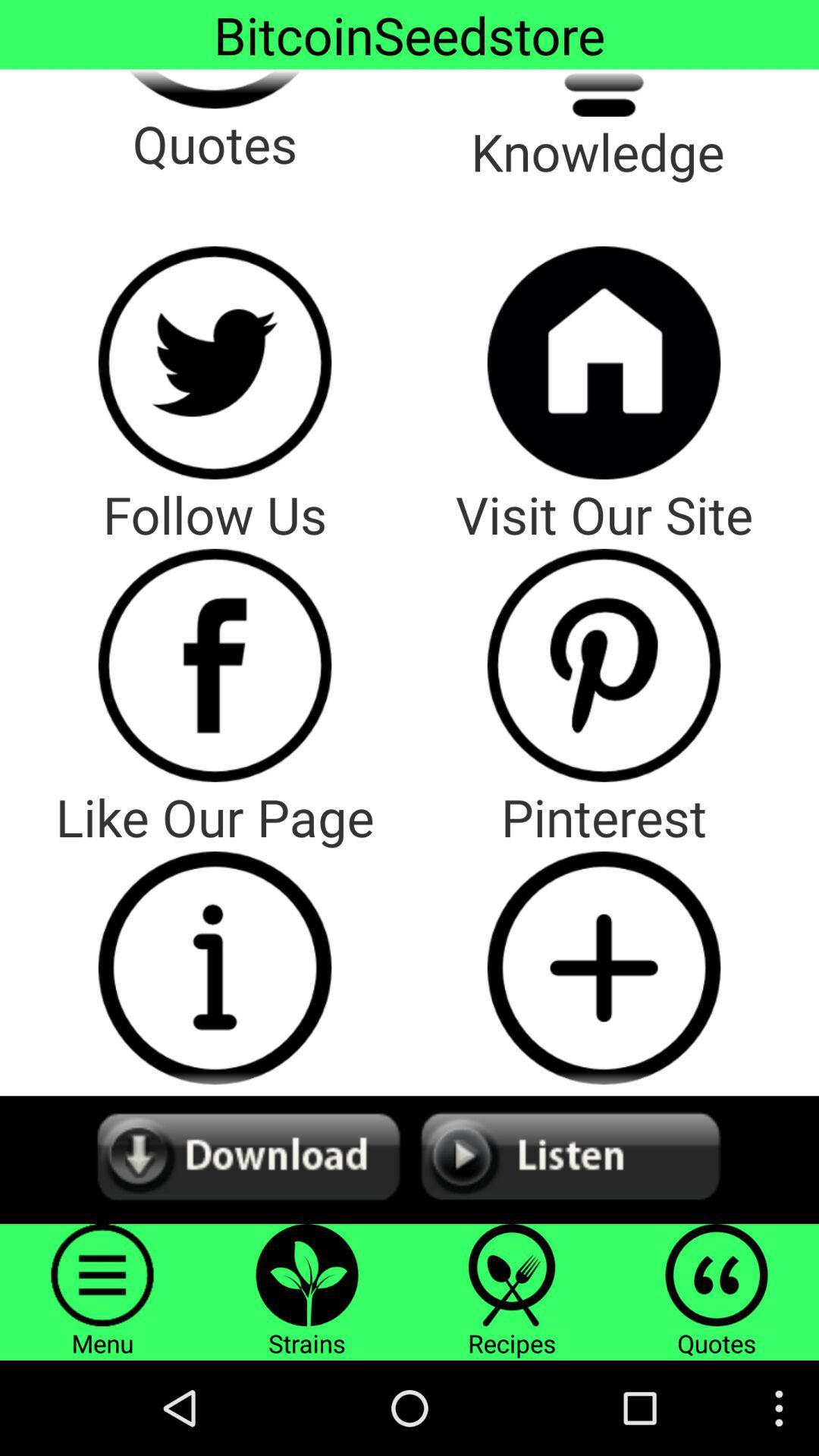 The image size is (819, 1456). Describe the element at coordinates (409, 1159) in the screenshot. I see `left button download right button listen` at that location.